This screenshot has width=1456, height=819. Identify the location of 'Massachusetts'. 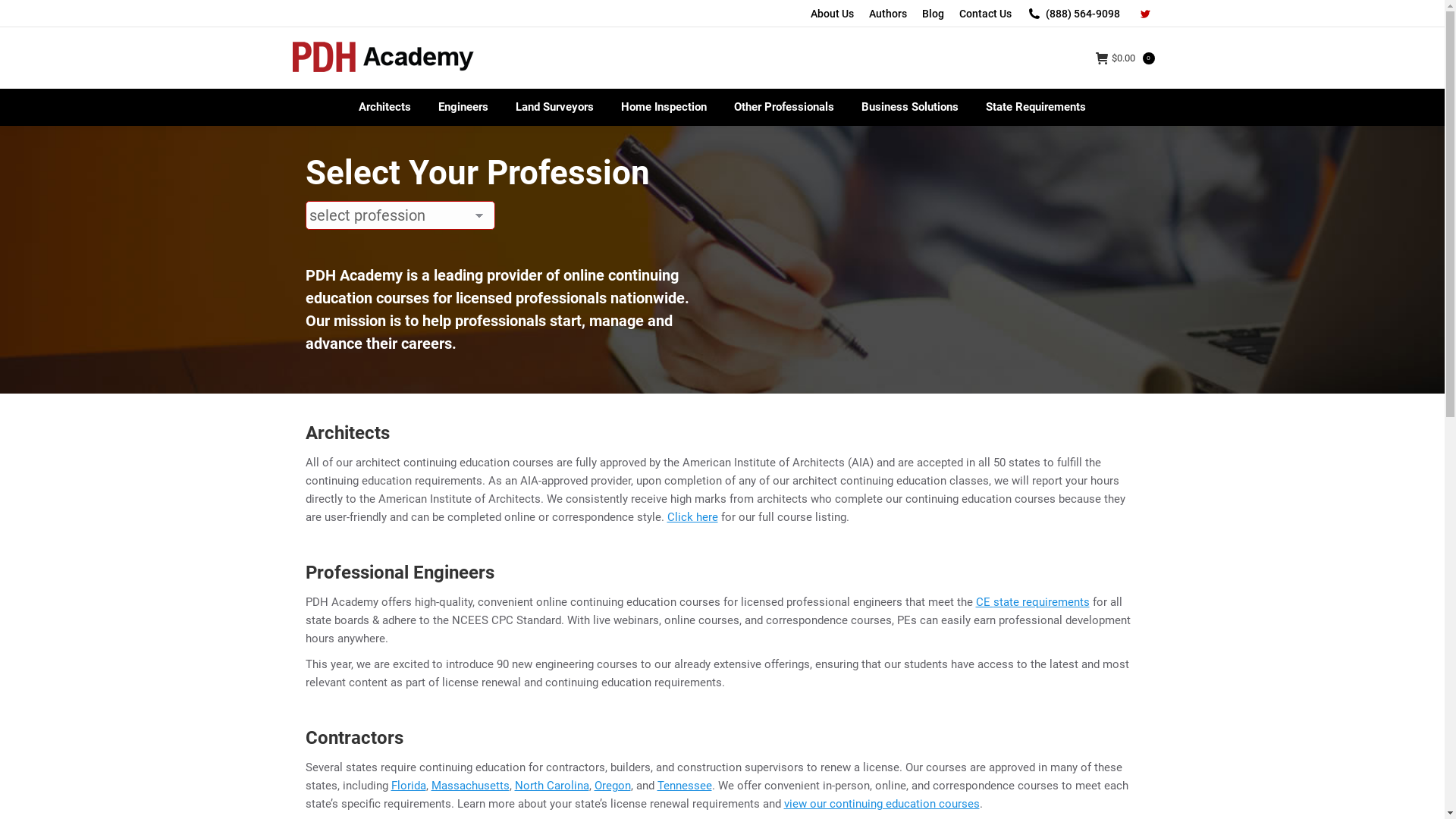
(469, 785).